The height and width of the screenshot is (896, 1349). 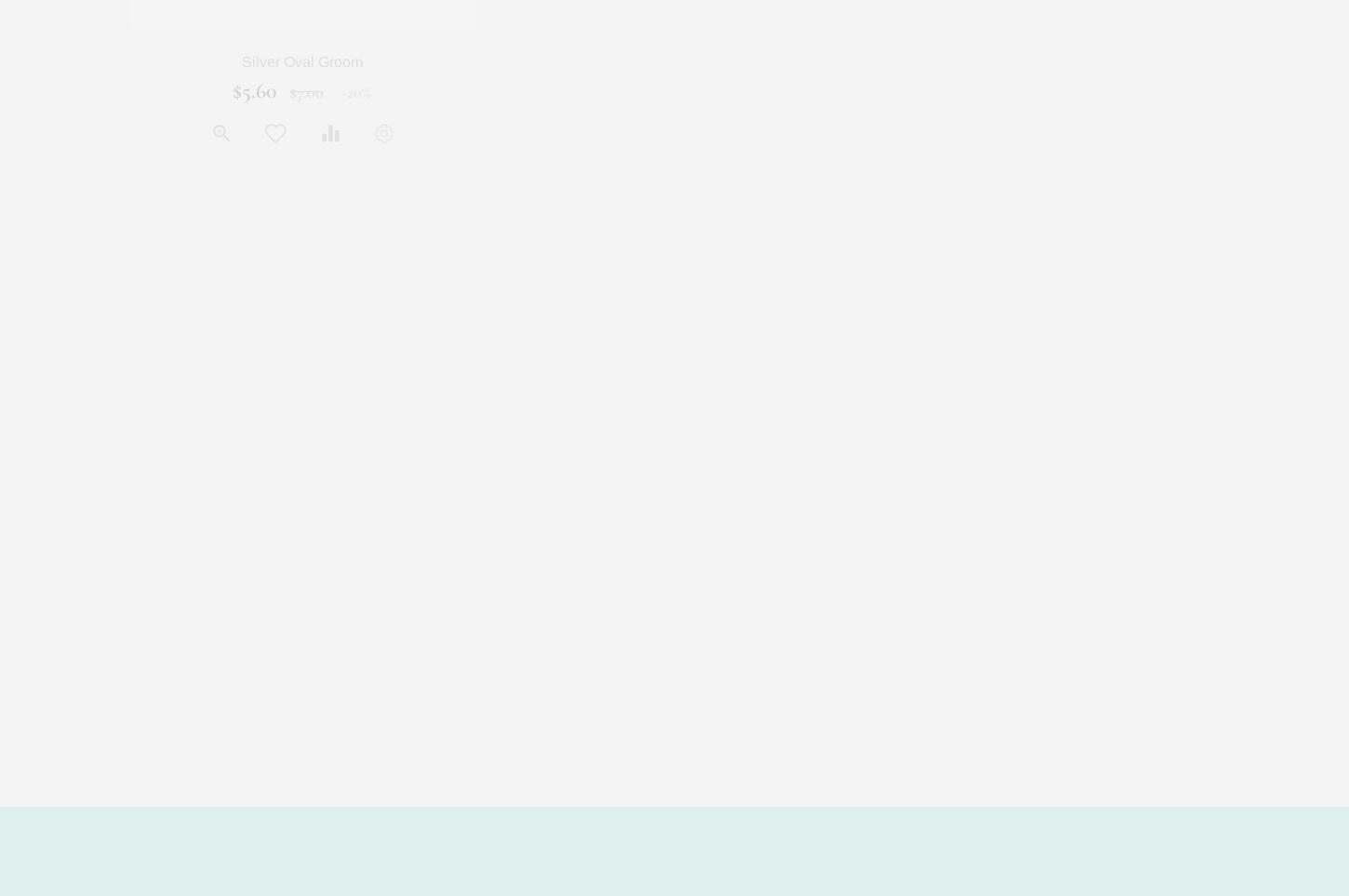 I want to click on '$200.00', so click(x=213, y=694).